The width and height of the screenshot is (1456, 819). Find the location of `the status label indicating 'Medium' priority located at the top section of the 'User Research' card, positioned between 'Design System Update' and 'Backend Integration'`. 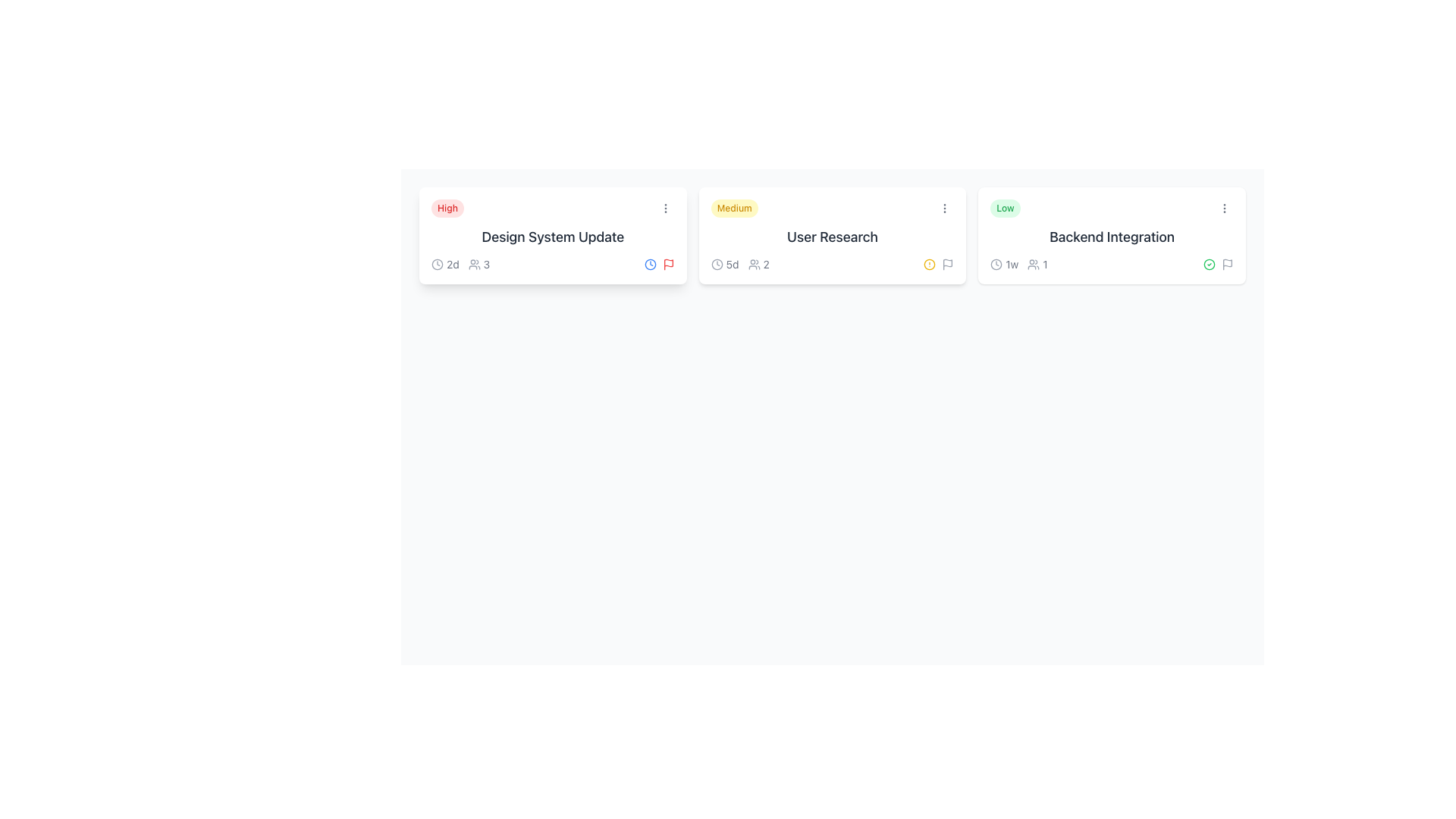

the status label indicating 'Medium' priority located at the top section of the 'User Research' card, positioned between 'Design System Update' and 'Backend Integration' is located at coordinates (832, 208).